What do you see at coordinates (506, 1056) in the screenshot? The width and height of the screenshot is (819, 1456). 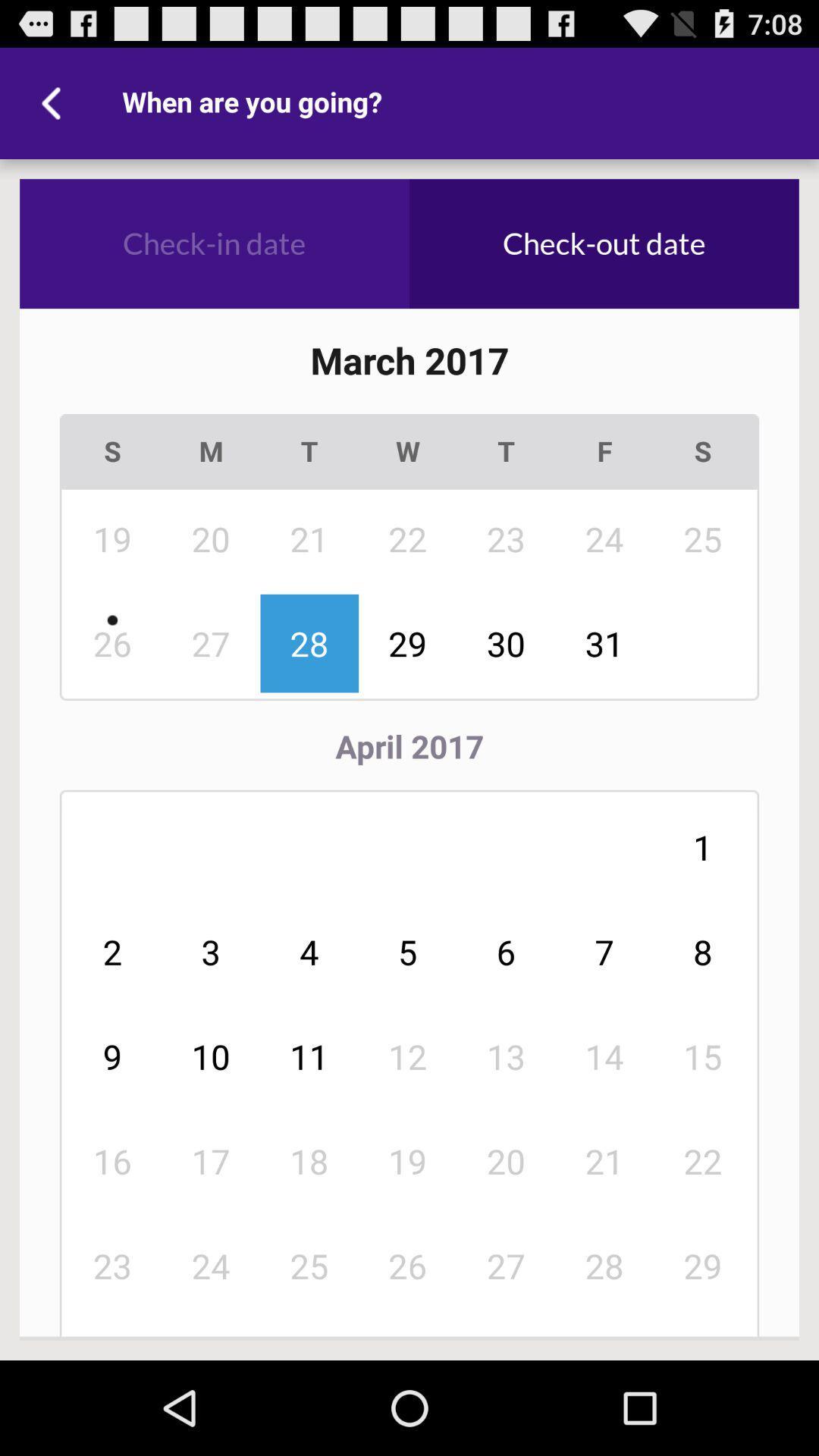 I see `item above 19 item` at bounding box center [506, 1056].